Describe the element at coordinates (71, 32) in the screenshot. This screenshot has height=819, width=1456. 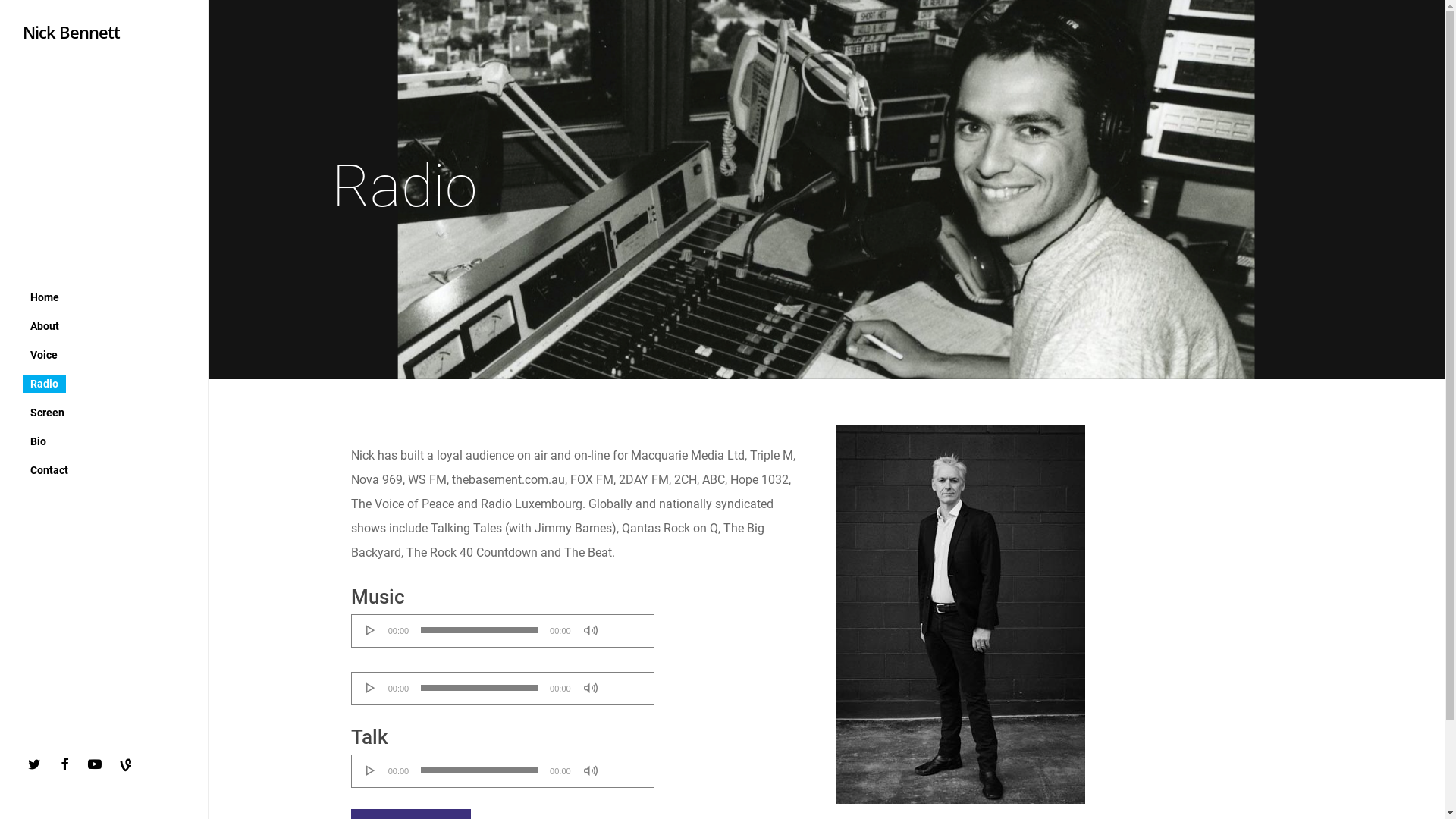
I see `'Nick Bennett'` at that location.